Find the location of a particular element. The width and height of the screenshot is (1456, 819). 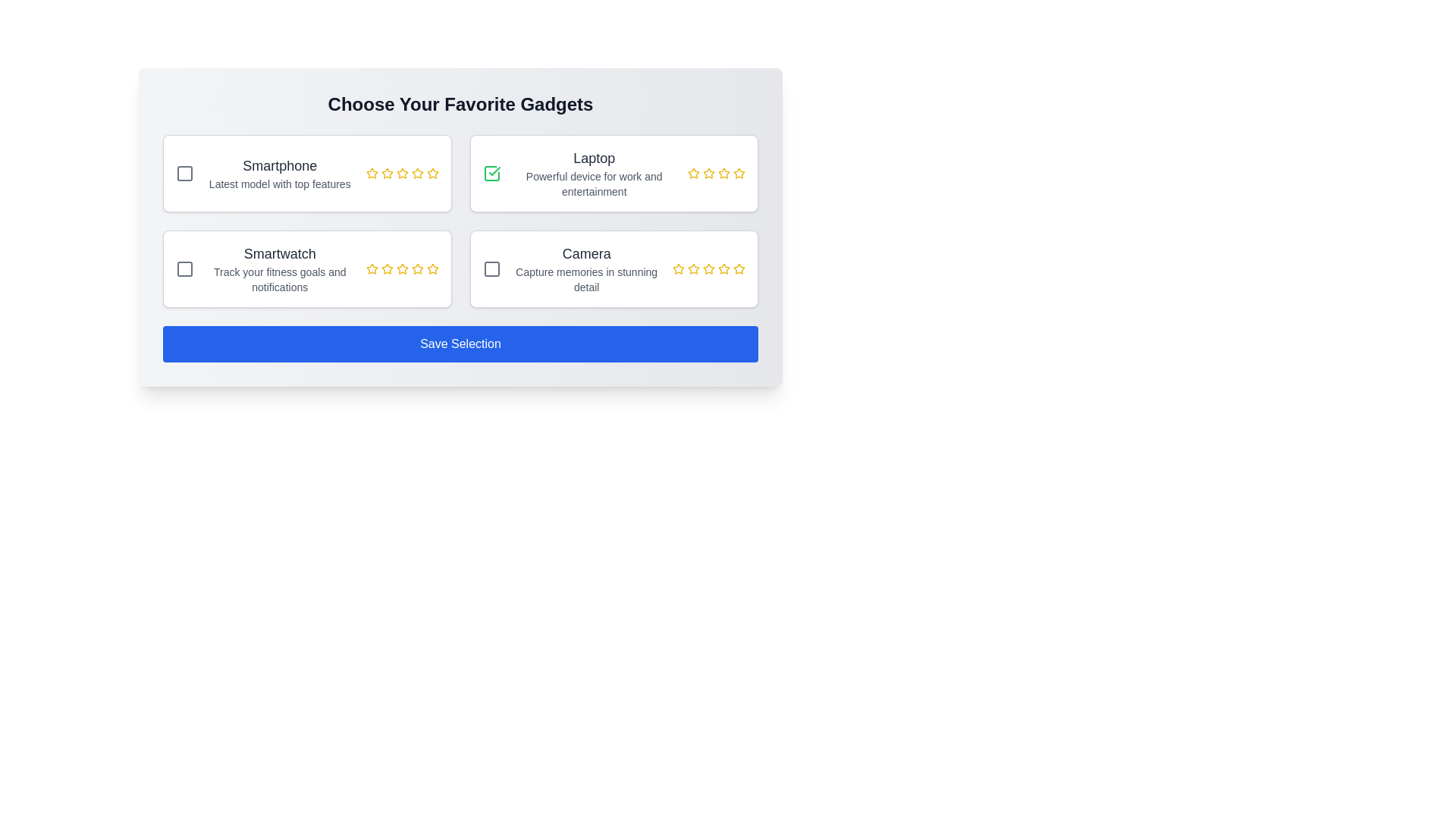

the third star from the left in the row of rating stars for the 'Smartwatch' item to rate it is located at coordinates (402, 268).